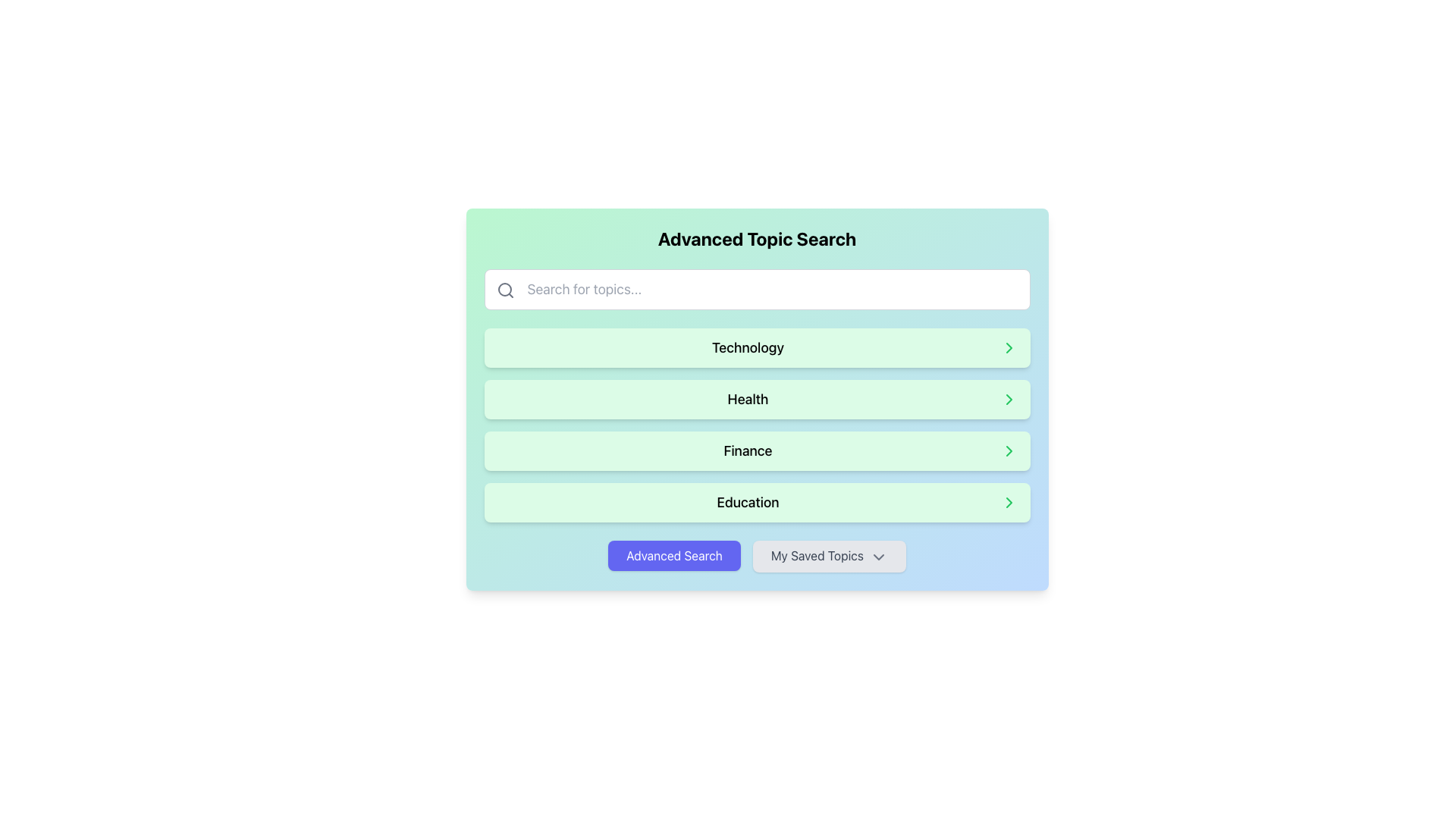  What do you see at coordinates (1009, 399) in the screenshot?
I see `the rightward-pointing chevron icon located at the end of the 'Health' menu item` at bounding box center [1009, 399].